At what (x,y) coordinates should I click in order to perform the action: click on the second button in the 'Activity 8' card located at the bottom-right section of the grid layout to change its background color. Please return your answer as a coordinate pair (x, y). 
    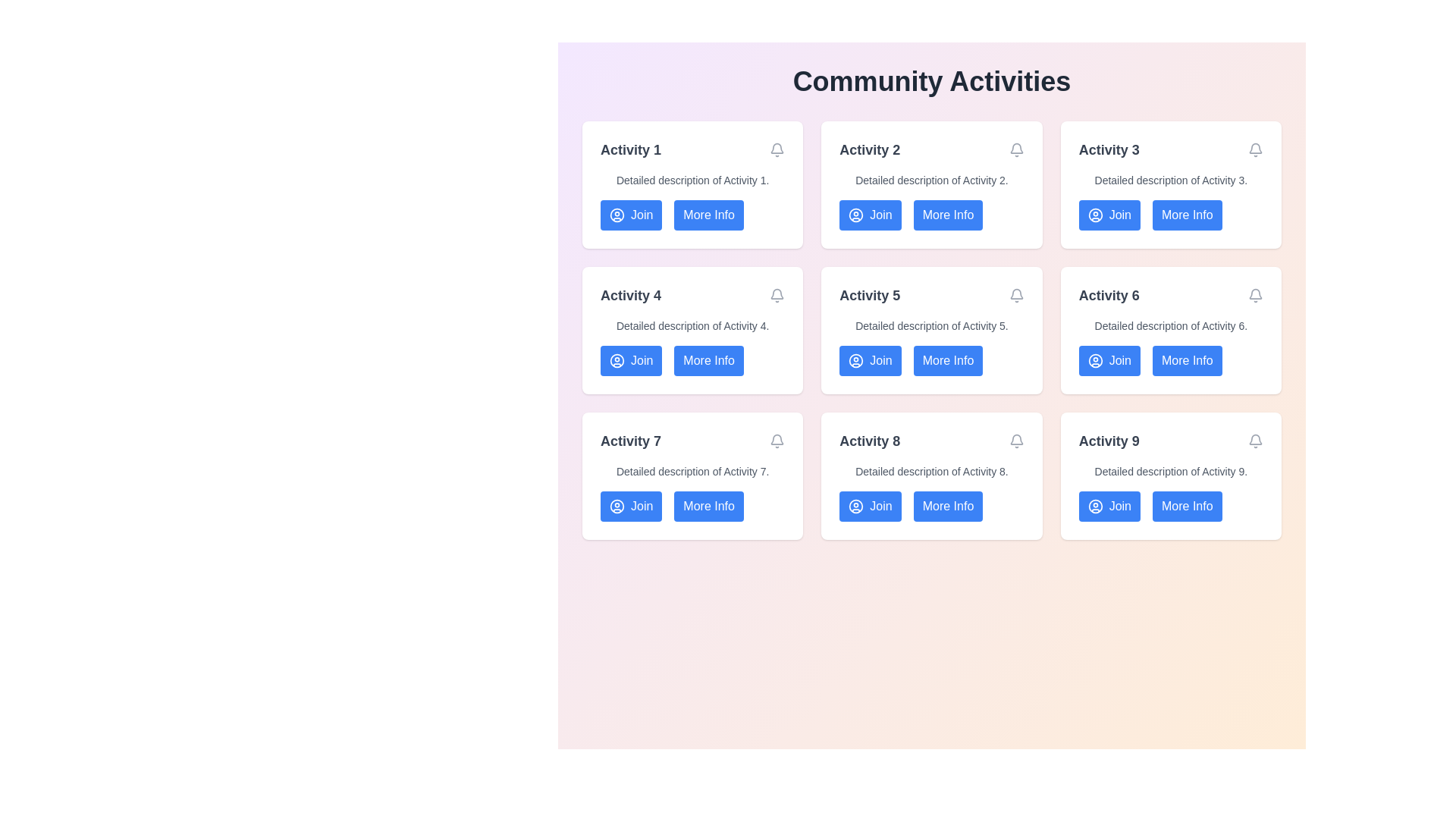
    Looking at the image, I should click on (930, 506).